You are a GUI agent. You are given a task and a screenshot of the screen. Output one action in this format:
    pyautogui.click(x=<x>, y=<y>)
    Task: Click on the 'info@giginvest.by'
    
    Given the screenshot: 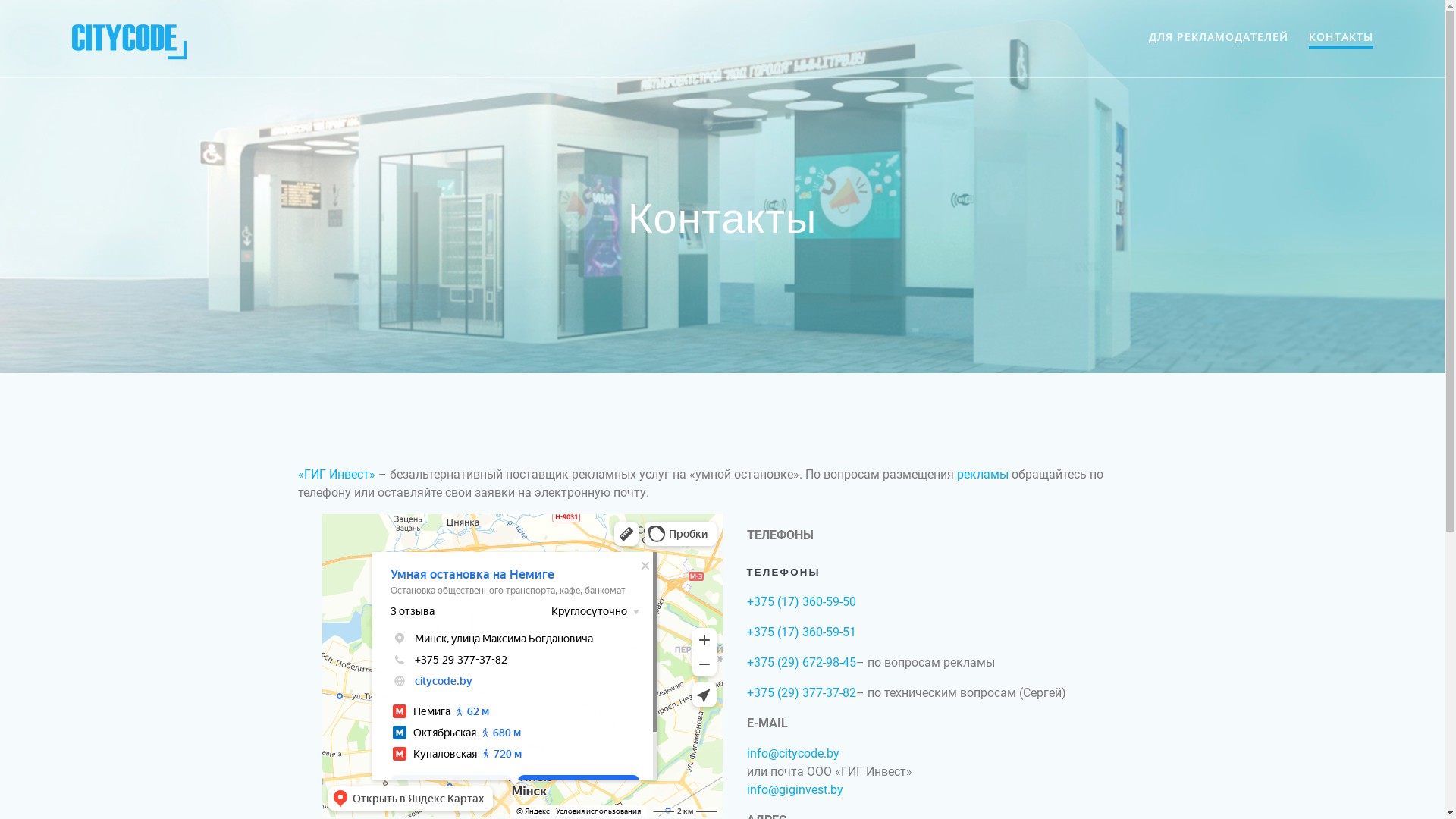 What is the action you would take?
    pyautogui.click(x=793, y=789)
    